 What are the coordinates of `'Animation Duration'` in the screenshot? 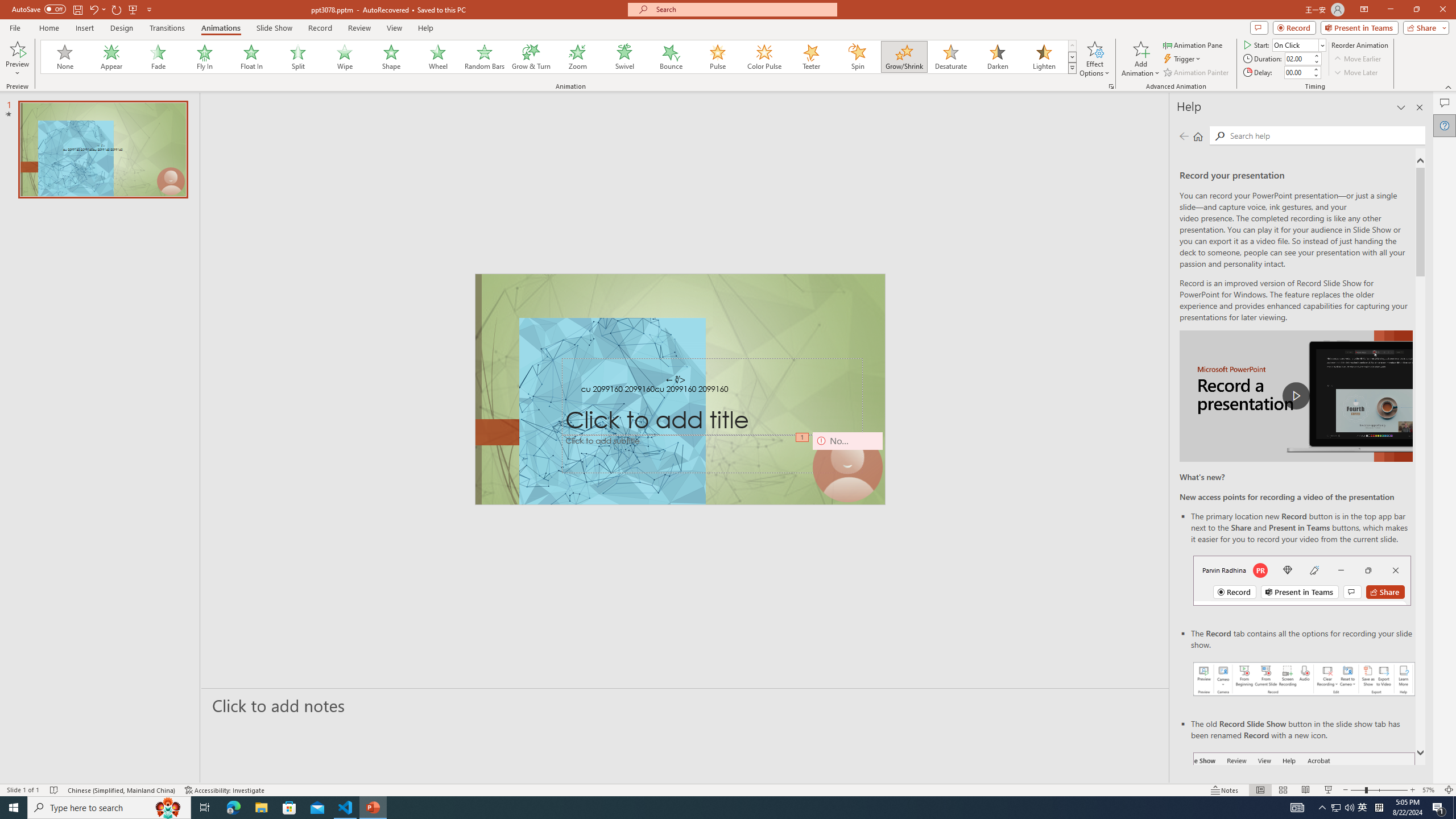 It's located at (1298, 58).